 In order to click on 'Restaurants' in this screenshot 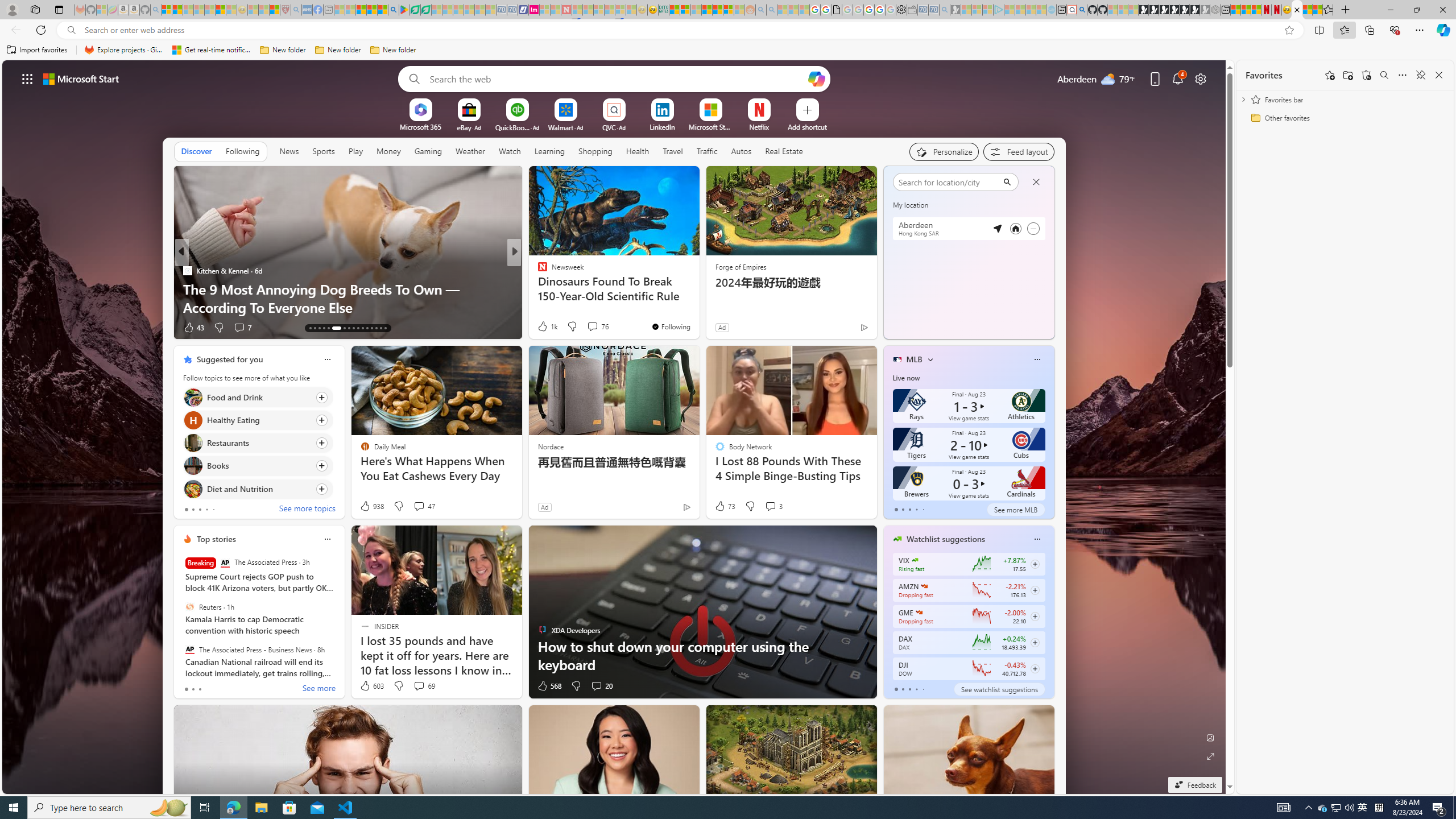, I will do `click(192, 442)`.